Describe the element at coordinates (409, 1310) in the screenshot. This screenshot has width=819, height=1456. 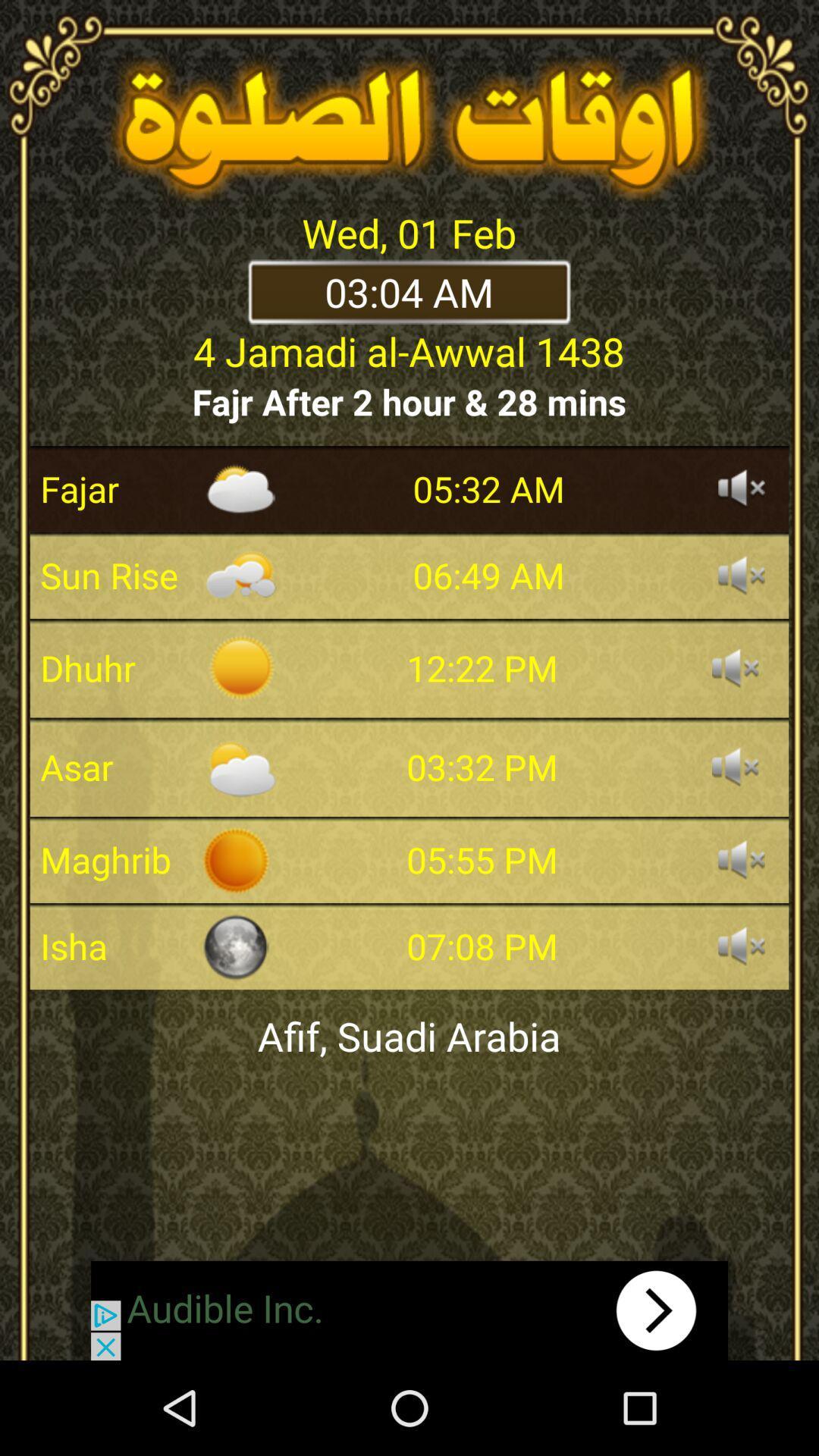
I see `advertisement` at that location.